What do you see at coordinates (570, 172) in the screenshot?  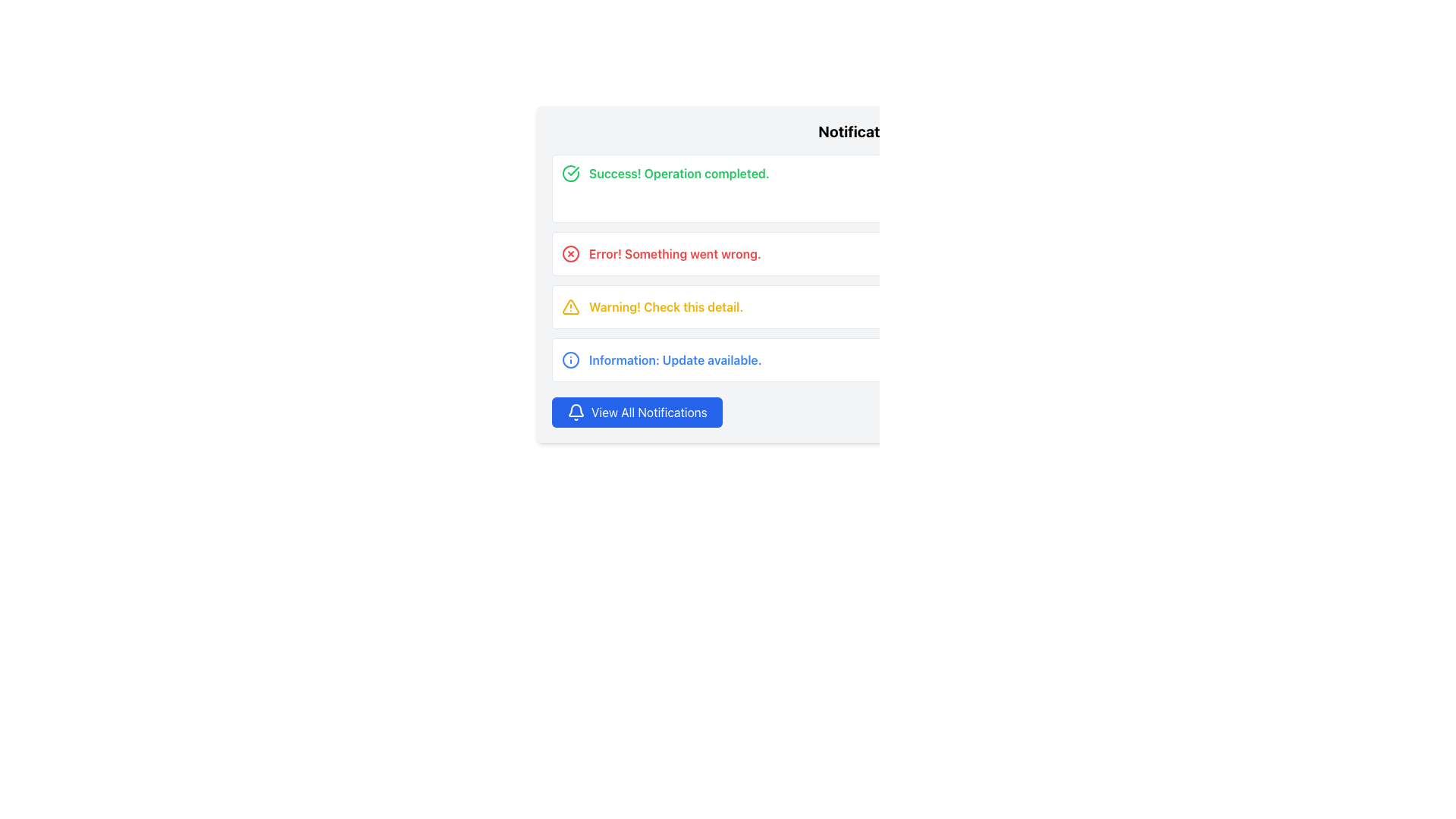 I see `the status indicator icon that visually conveys a completed success operation, located to the left of the text 'Success! Operation completed.'` at bounding box center [570, 172].